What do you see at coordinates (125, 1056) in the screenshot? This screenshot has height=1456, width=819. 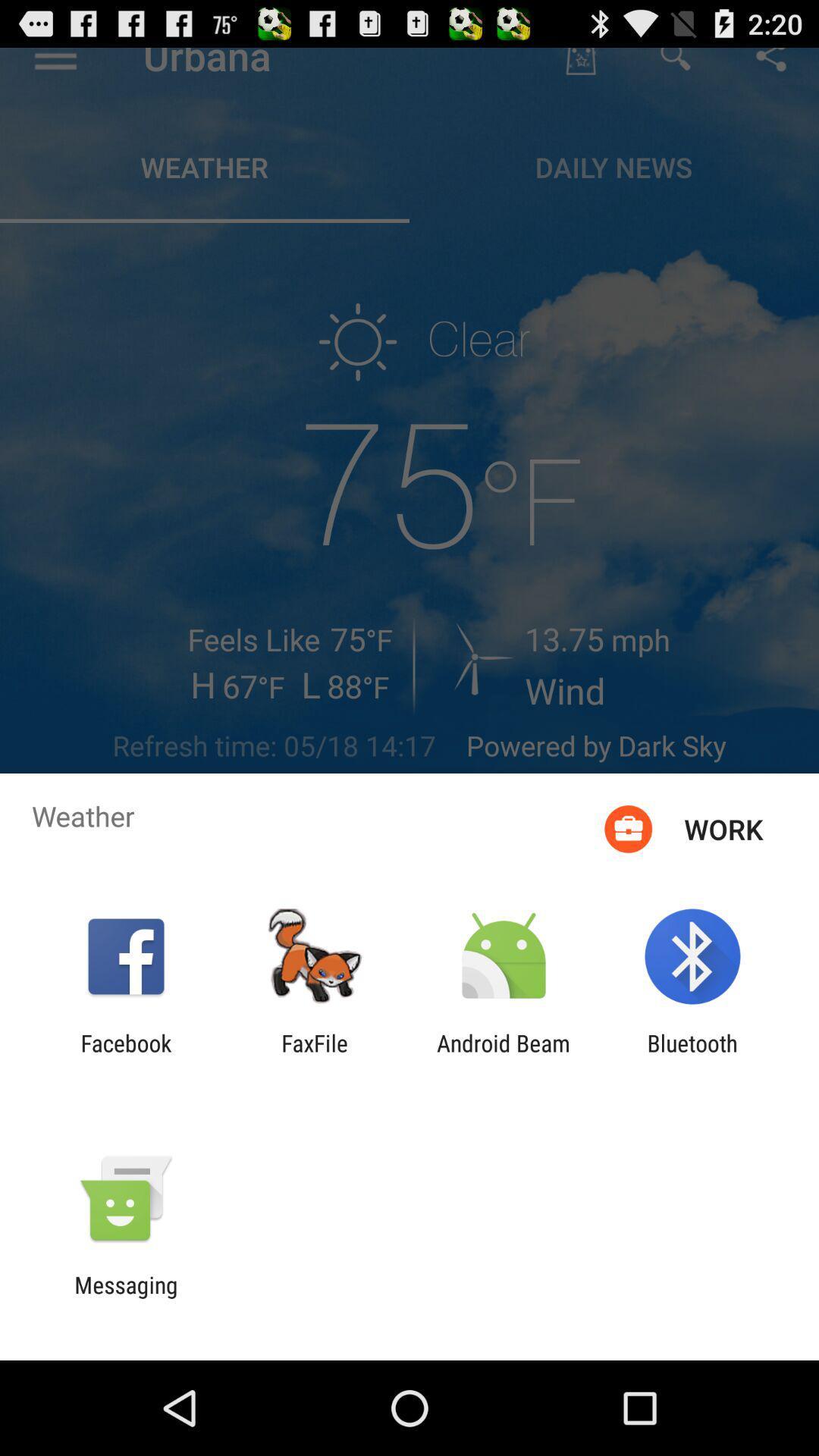 I see `facebook` at bounding box center [125, 1056].